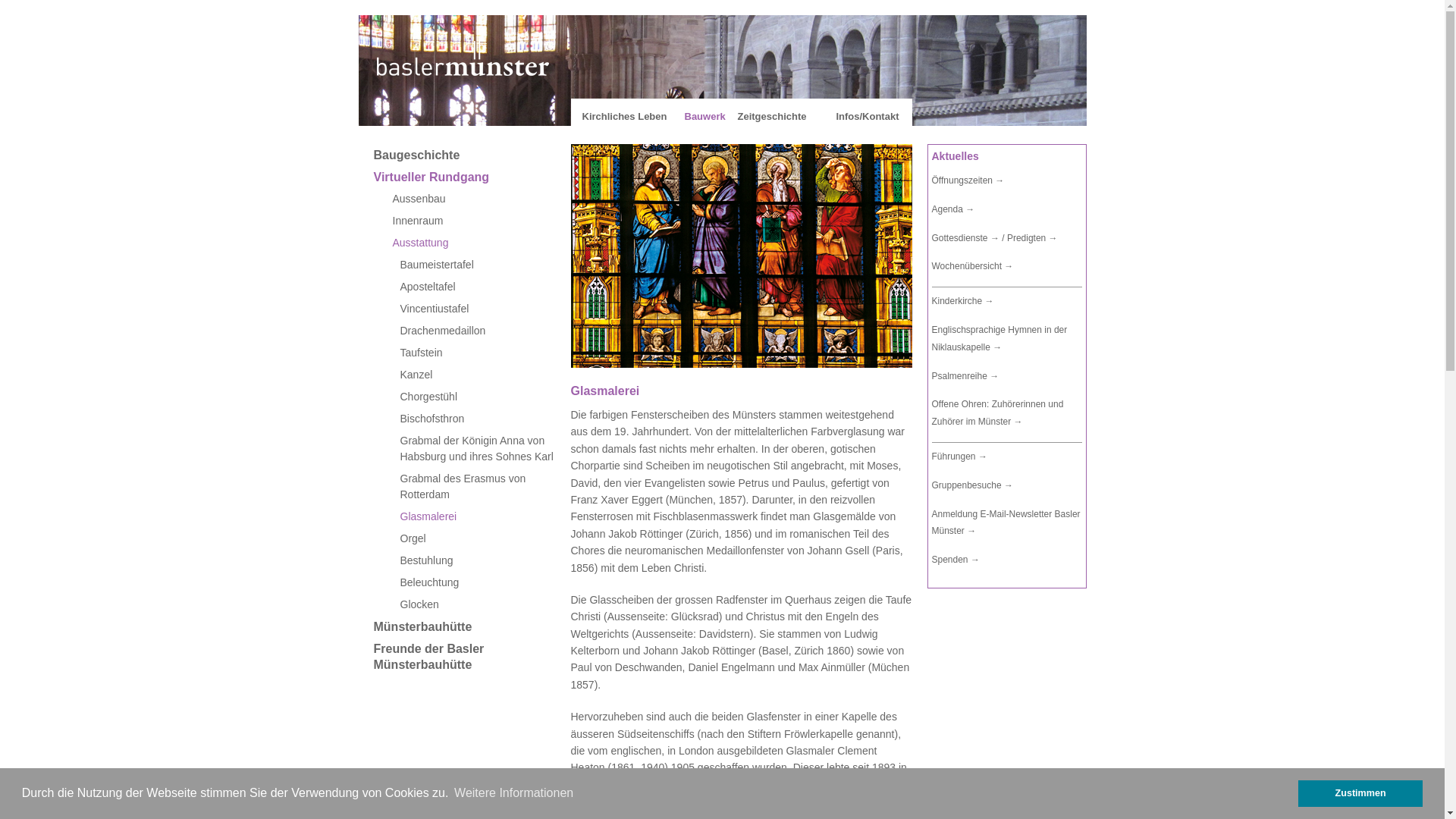  What do you see at coordinates (475, 486) in the screenshot?
I see `'Grabmal des Erasmus von Rotterdam'` at bounding box center [475, 486].